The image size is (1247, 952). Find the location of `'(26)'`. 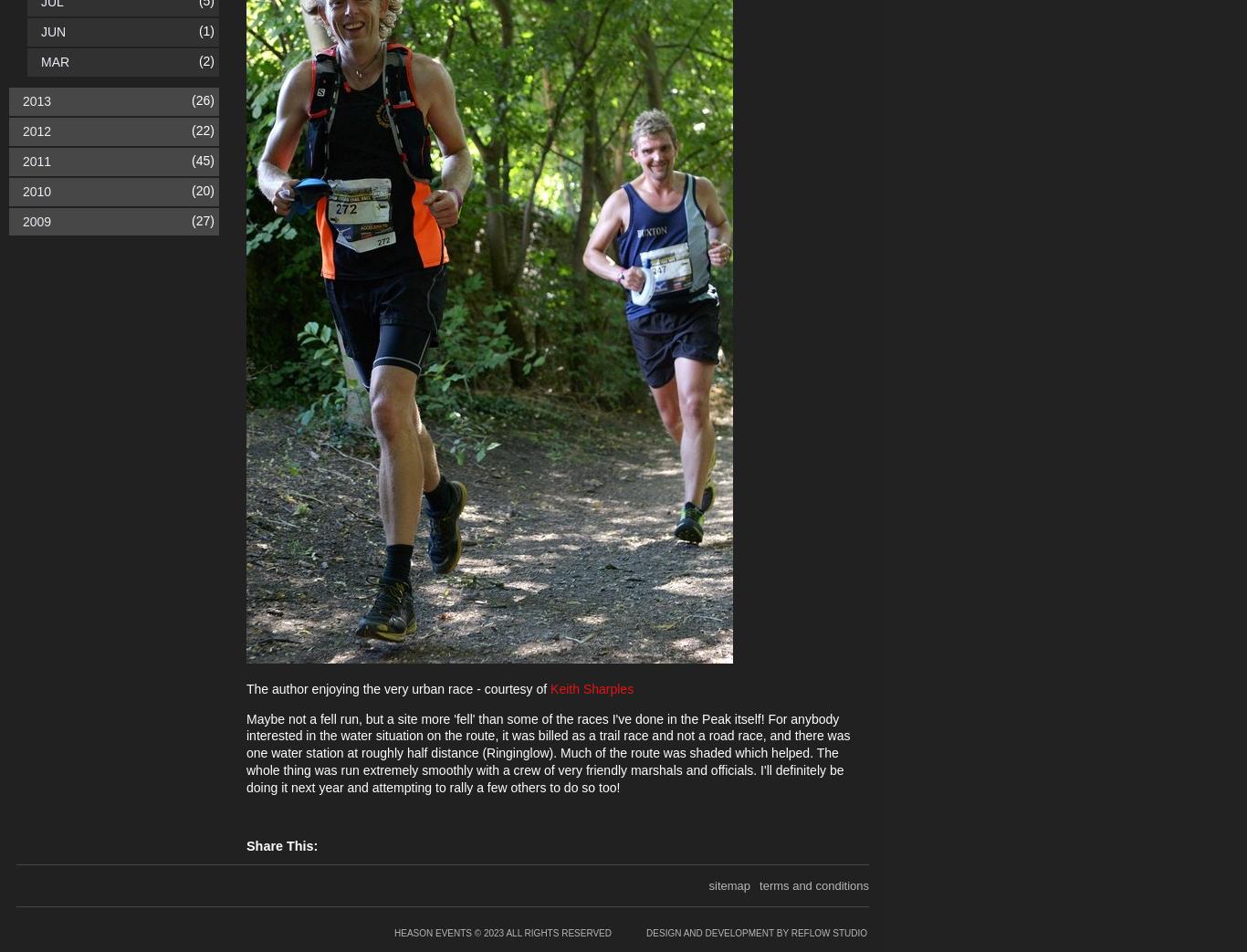

'(26)' is located at coordinates (202, 100).